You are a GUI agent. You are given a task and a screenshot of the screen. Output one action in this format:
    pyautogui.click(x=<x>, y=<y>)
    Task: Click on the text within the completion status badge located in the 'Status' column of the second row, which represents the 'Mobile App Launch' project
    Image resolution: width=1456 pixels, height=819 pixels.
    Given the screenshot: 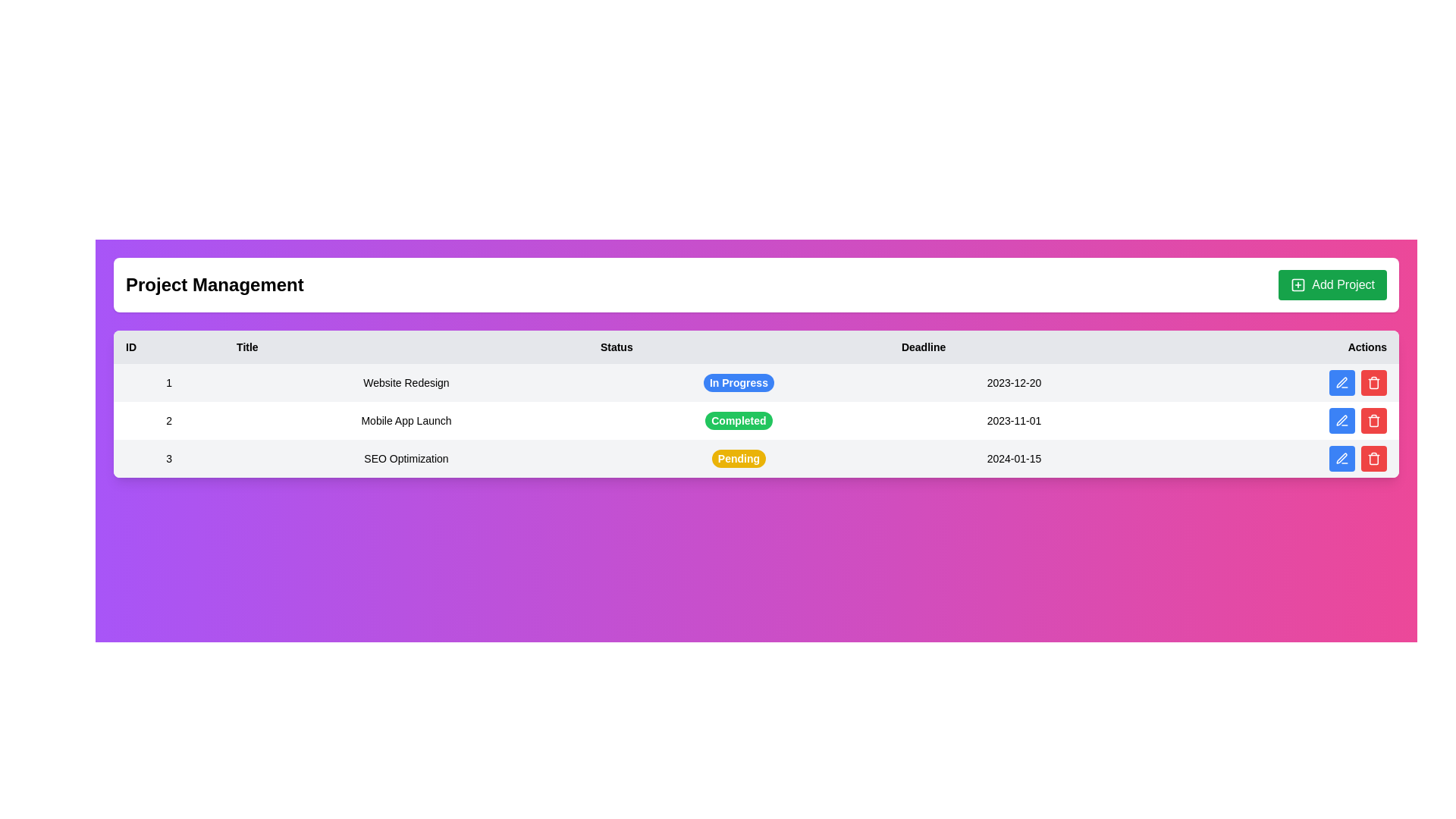 What is the action you would take?
    pyautogui.click(x=739, y=421)
    